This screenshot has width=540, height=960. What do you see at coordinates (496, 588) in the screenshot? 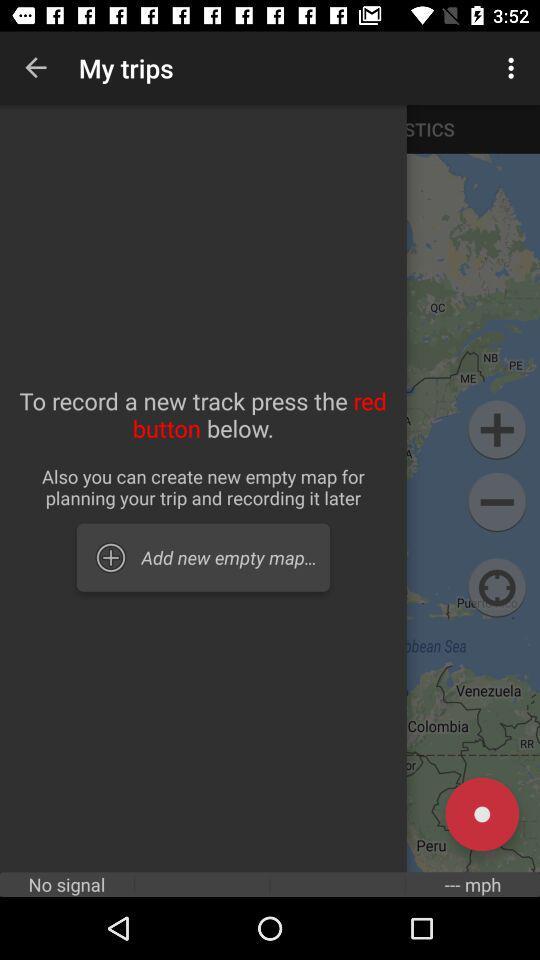
I see `the location_crosshair icon` at bounding box center [496, 588].